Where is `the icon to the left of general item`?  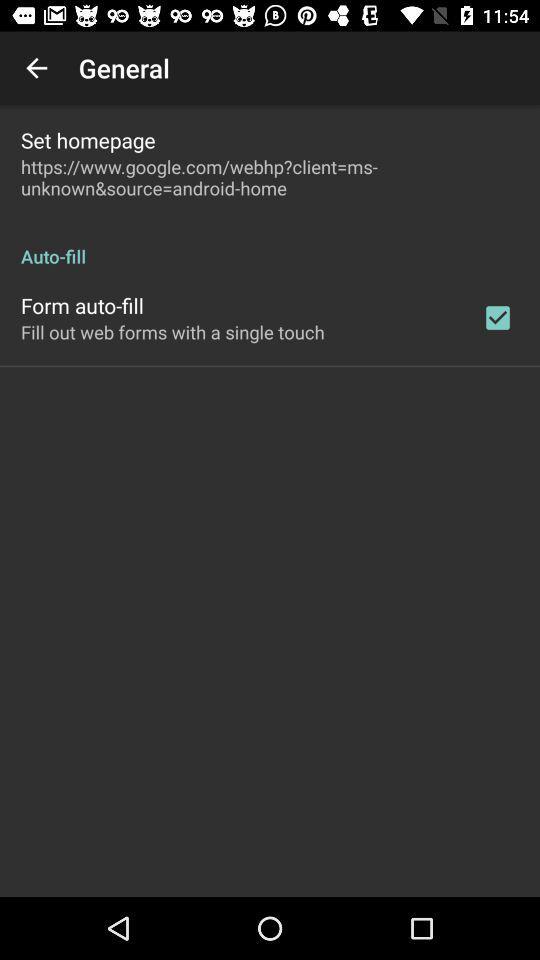
the icon to the left of general item is located at coordinates (36, 68).